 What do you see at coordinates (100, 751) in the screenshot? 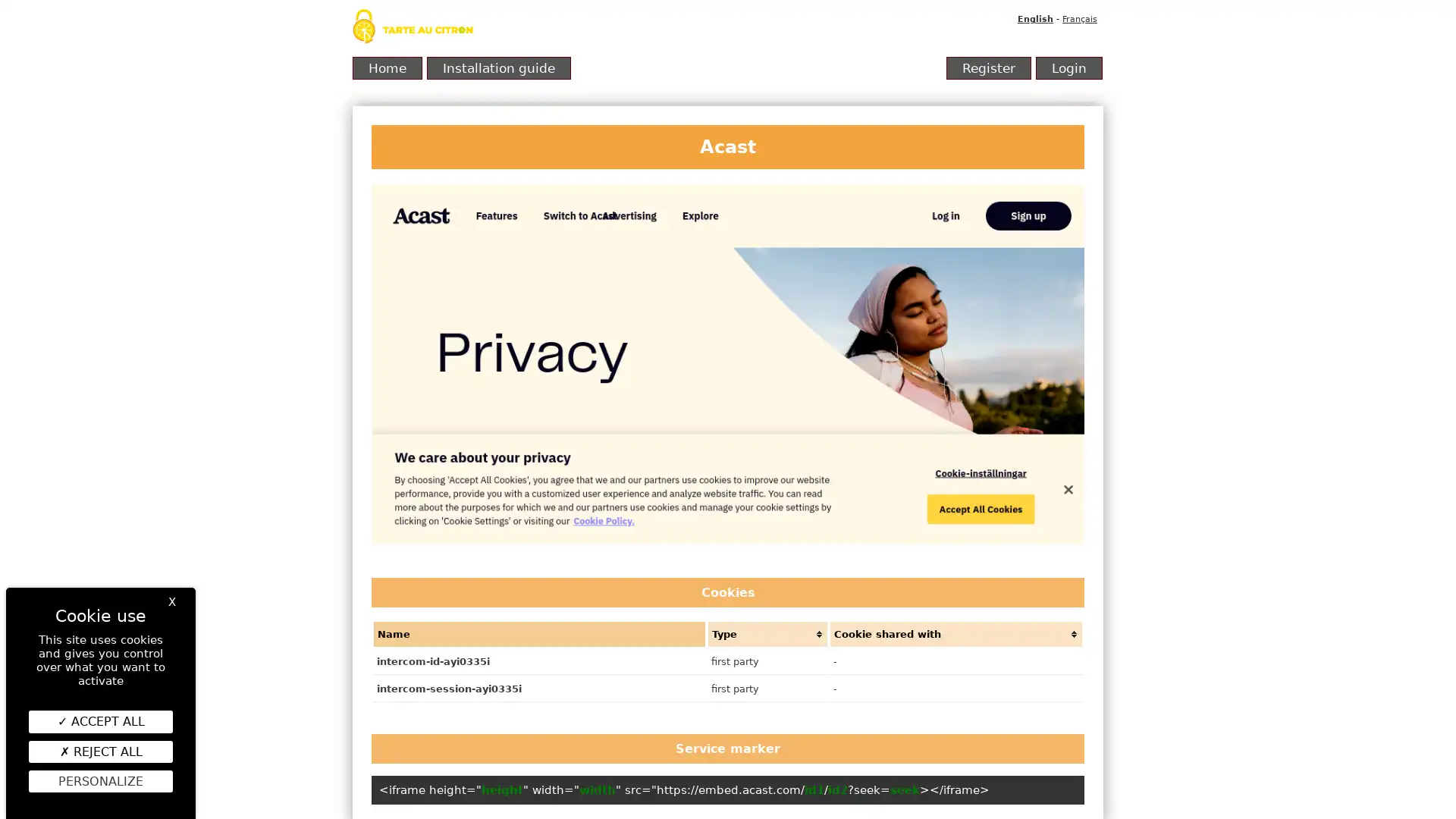
I see `REJECT ALL` at bounding box center [100, 751].